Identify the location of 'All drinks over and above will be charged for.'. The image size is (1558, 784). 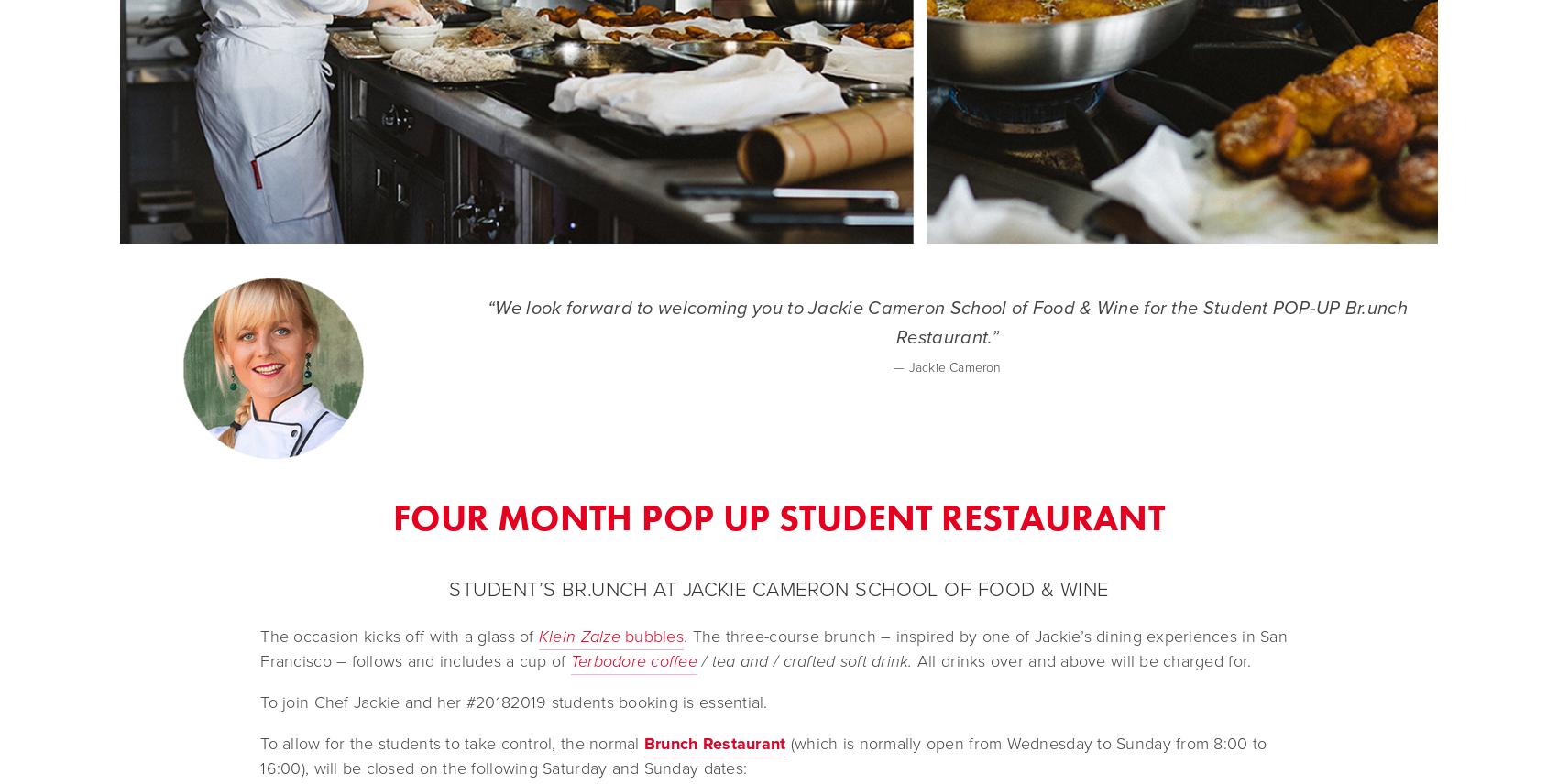
(915, 661).